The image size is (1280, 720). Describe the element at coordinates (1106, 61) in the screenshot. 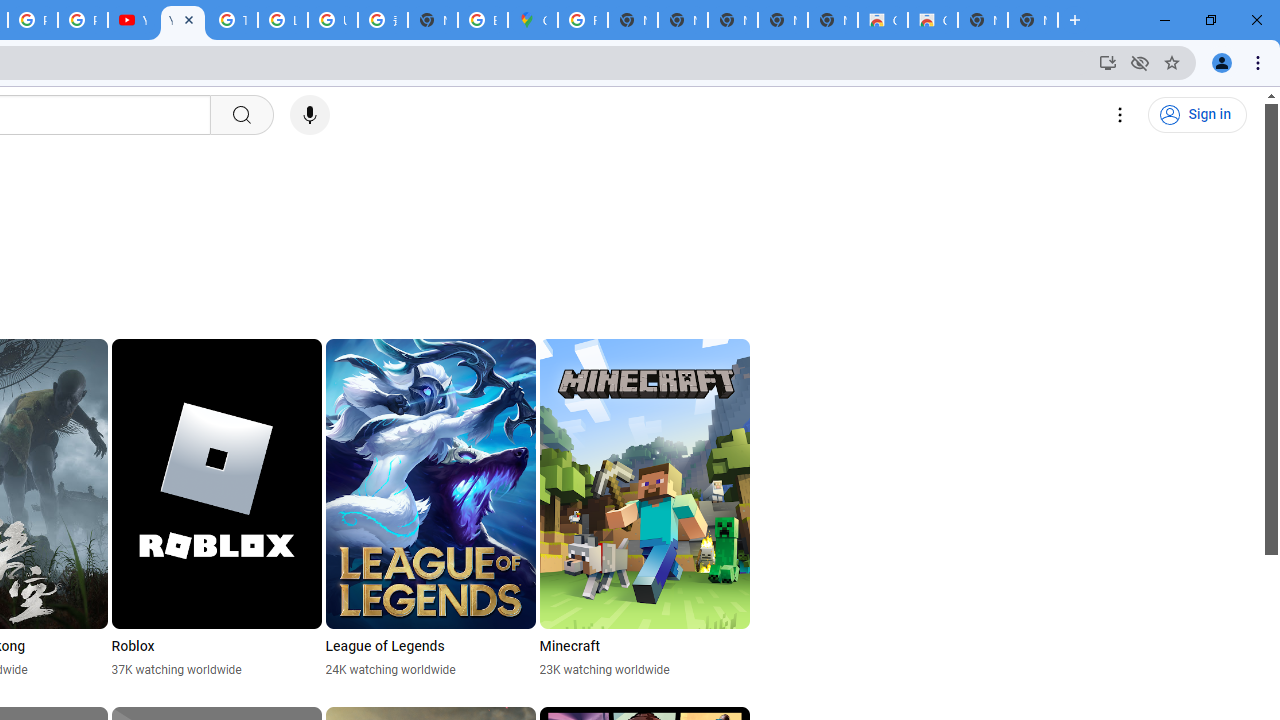

I see `'Install YouTube'` at that location.